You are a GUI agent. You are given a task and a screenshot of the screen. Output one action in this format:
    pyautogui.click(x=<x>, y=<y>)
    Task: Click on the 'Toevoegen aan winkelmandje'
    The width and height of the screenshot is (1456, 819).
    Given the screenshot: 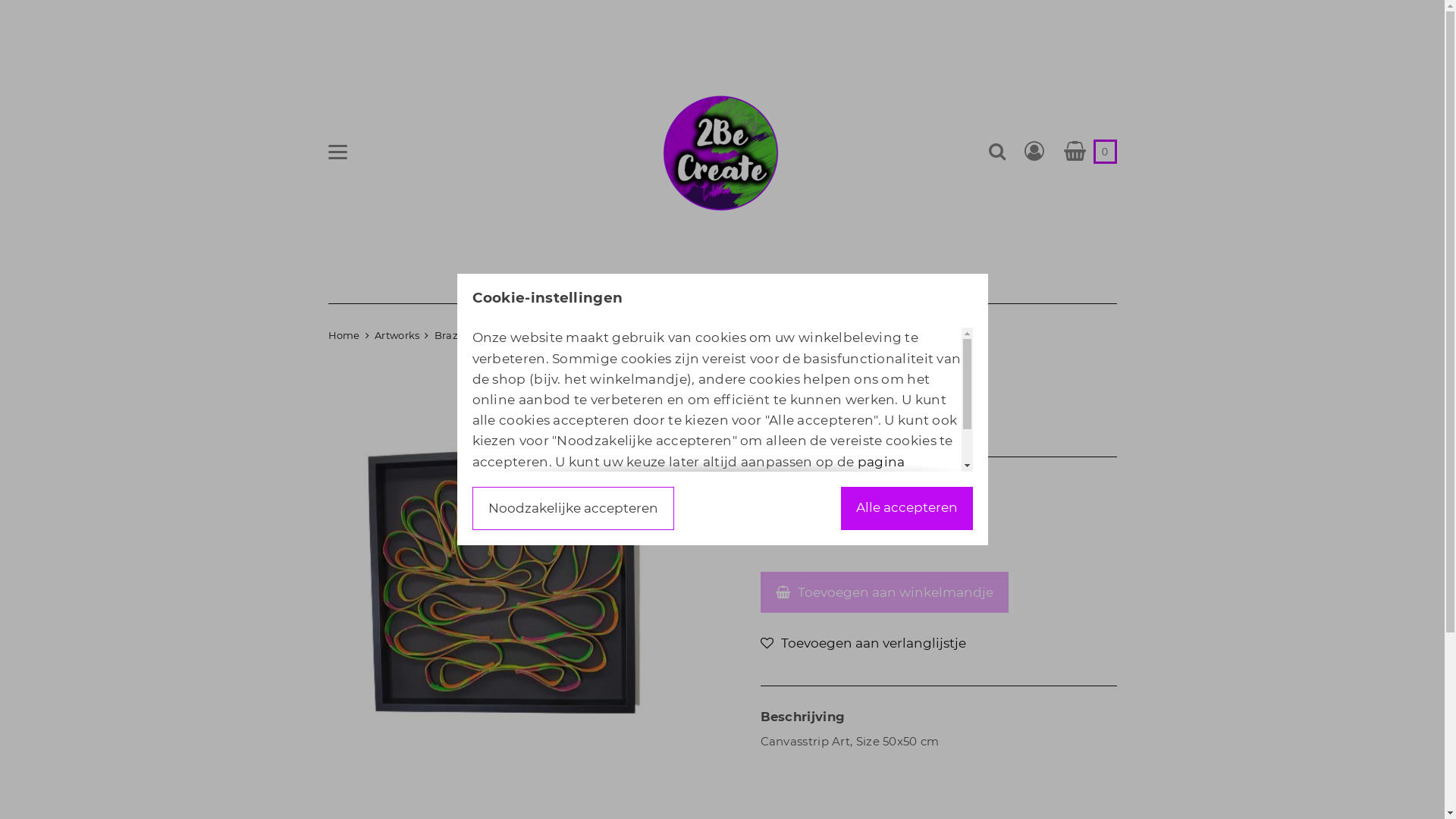 What is the action you would take?
    pyautogui.click(x=883, y=591)
    